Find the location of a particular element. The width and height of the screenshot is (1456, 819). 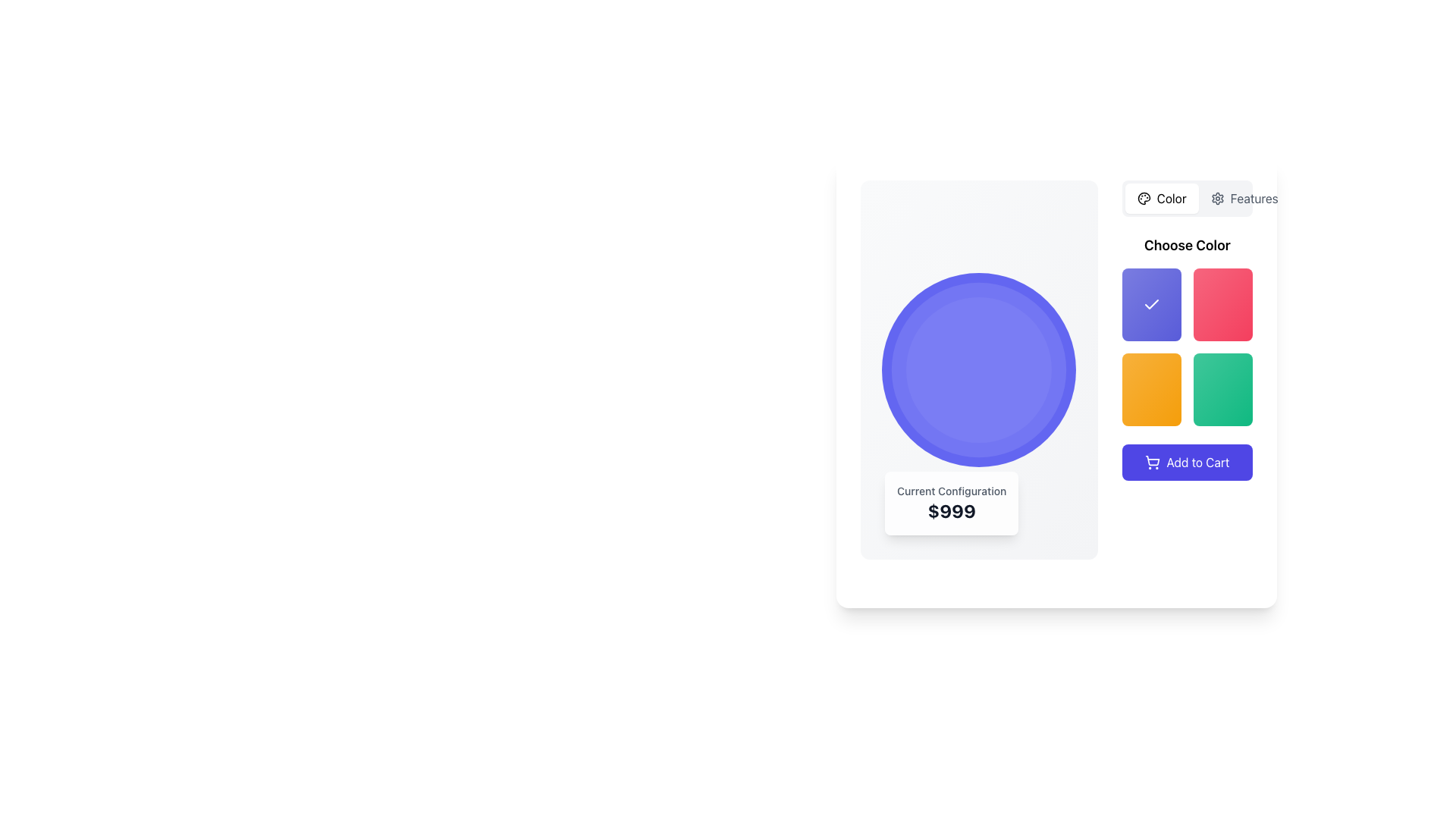

the green gradient button with rounded corners located in the bottom-right corner of the 2x2 grid is located at coordinates (1222, 388).